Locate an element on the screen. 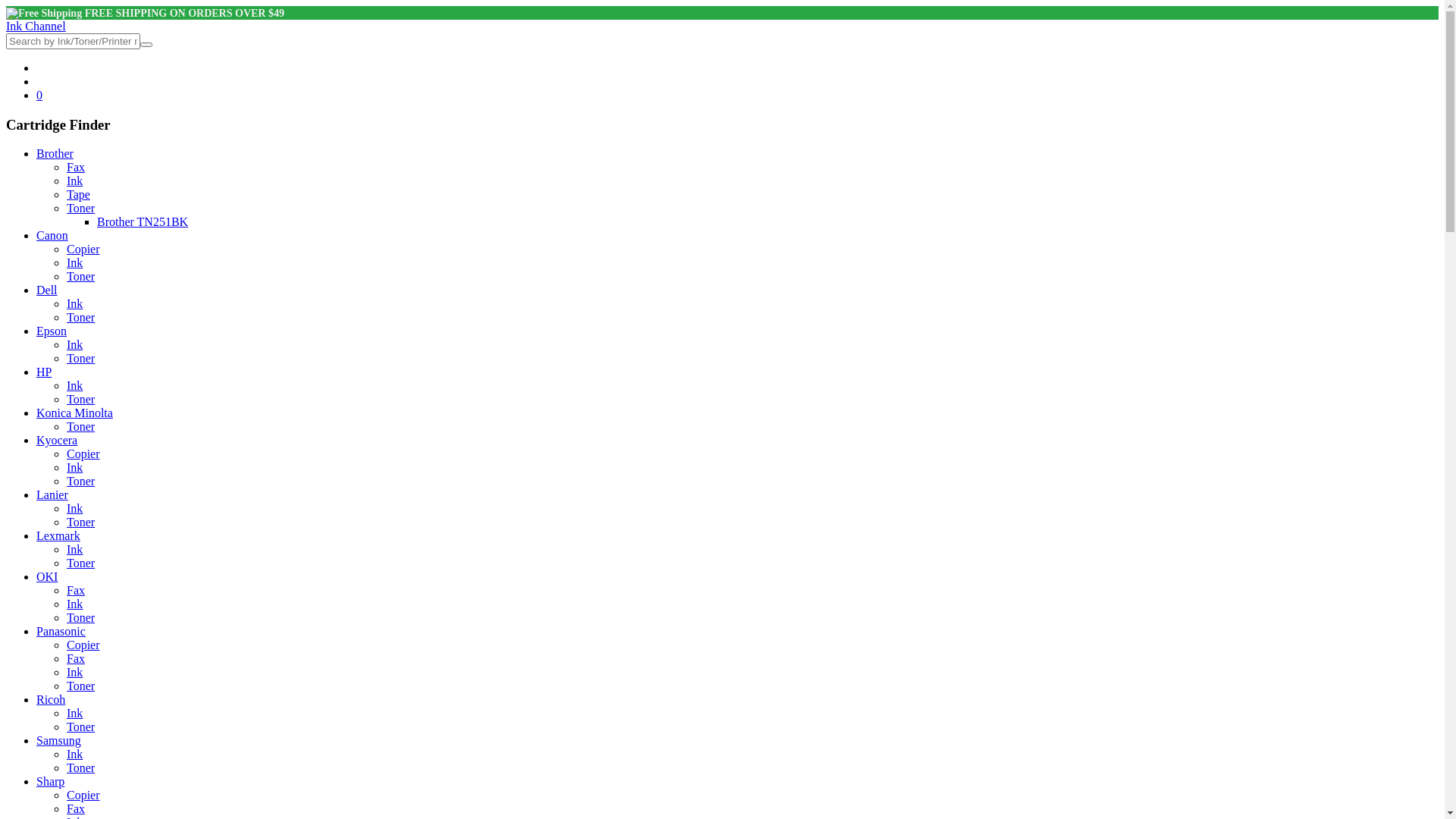 This screenshot has height=819, width=1456. 'Lexmark' is located at coordinates (36, 535).